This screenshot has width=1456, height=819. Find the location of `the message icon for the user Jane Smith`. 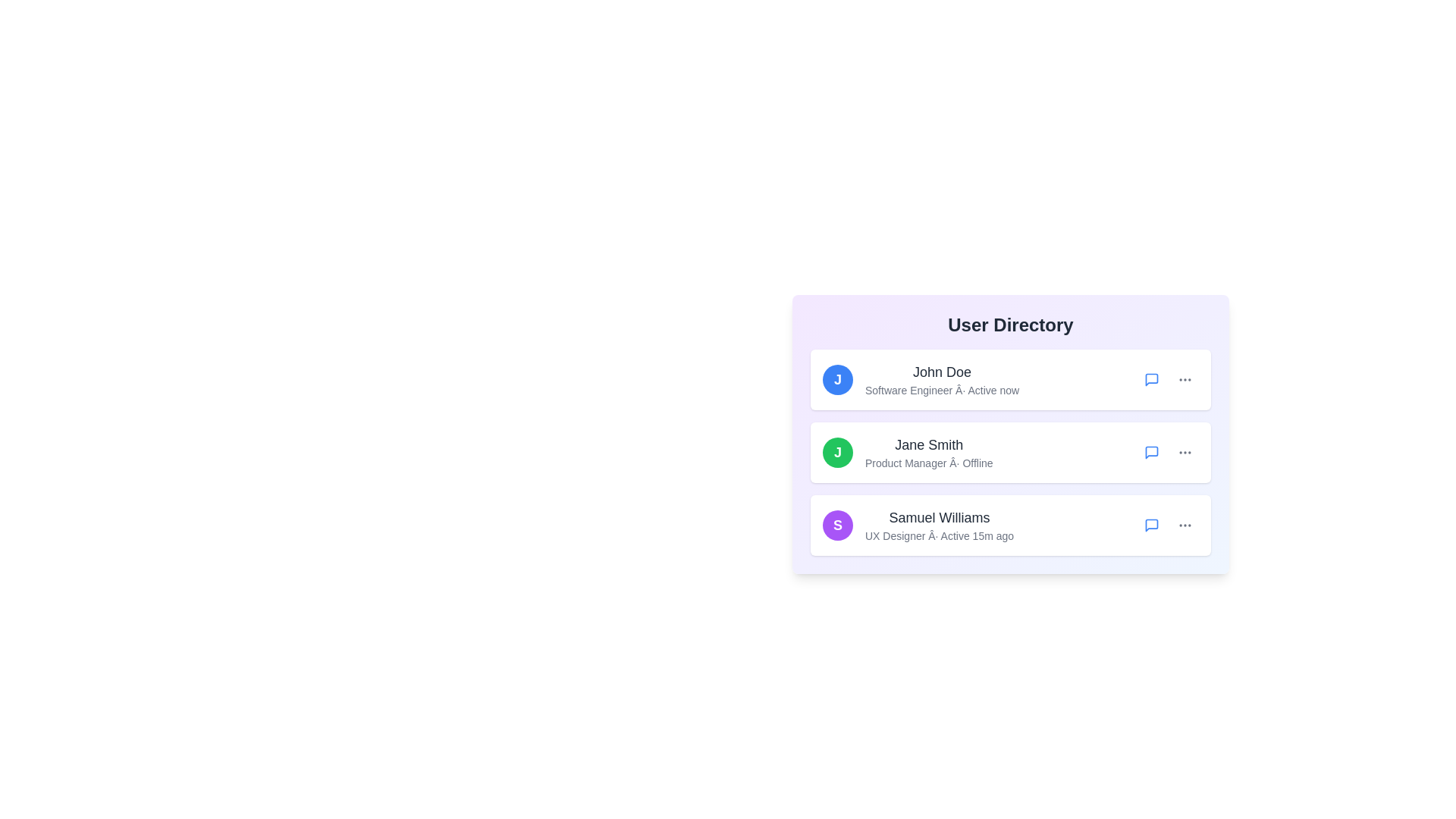

the message icon for the user Jane Smith is located at coordinates (1151, 452).